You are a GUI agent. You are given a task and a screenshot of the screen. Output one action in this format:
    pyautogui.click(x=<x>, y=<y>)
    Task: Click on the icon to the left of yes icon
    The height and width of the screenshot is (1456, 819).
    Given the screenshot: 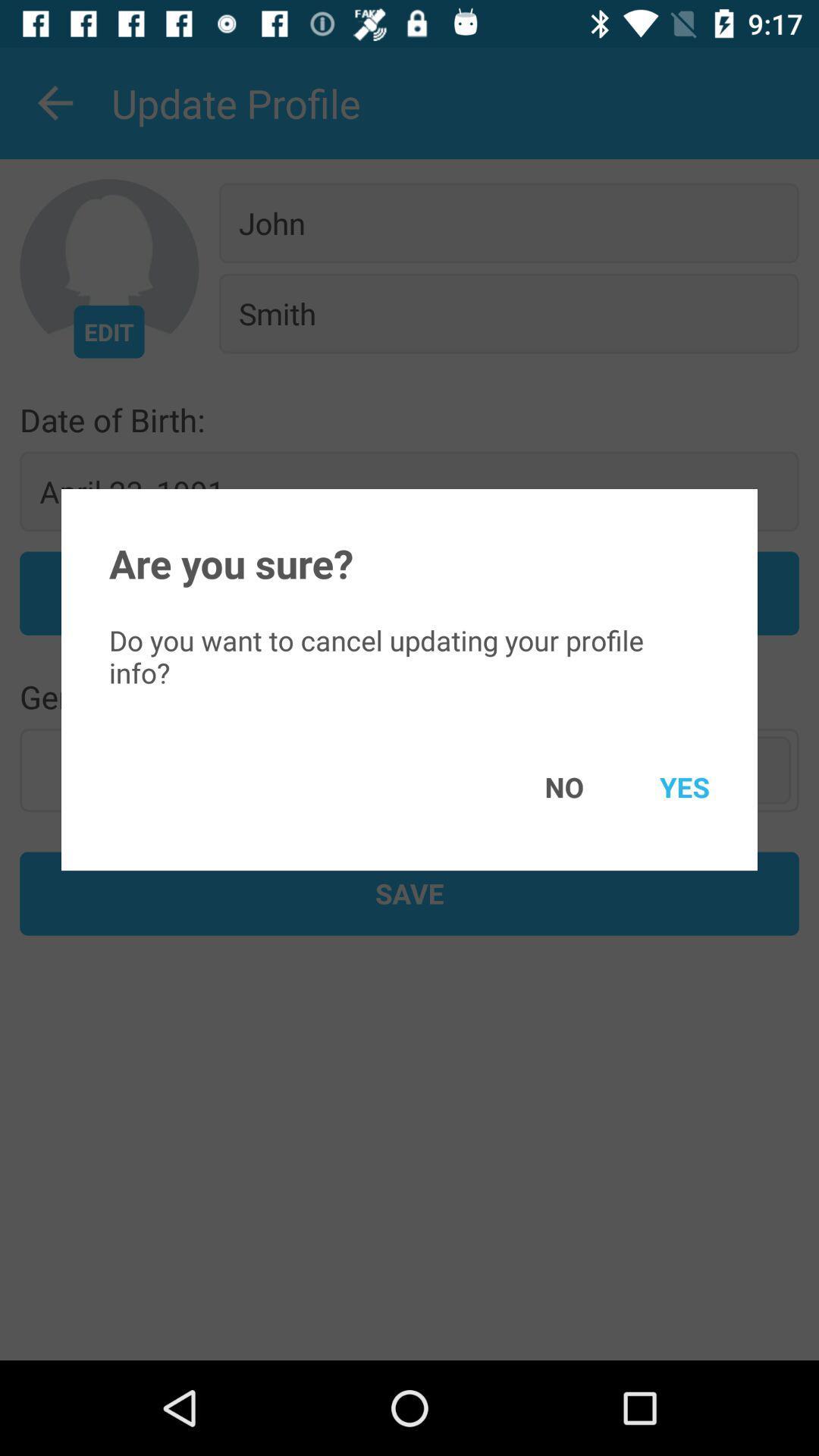 What is the action you would take?
    pyautogui.click(x=541, y=786)
    